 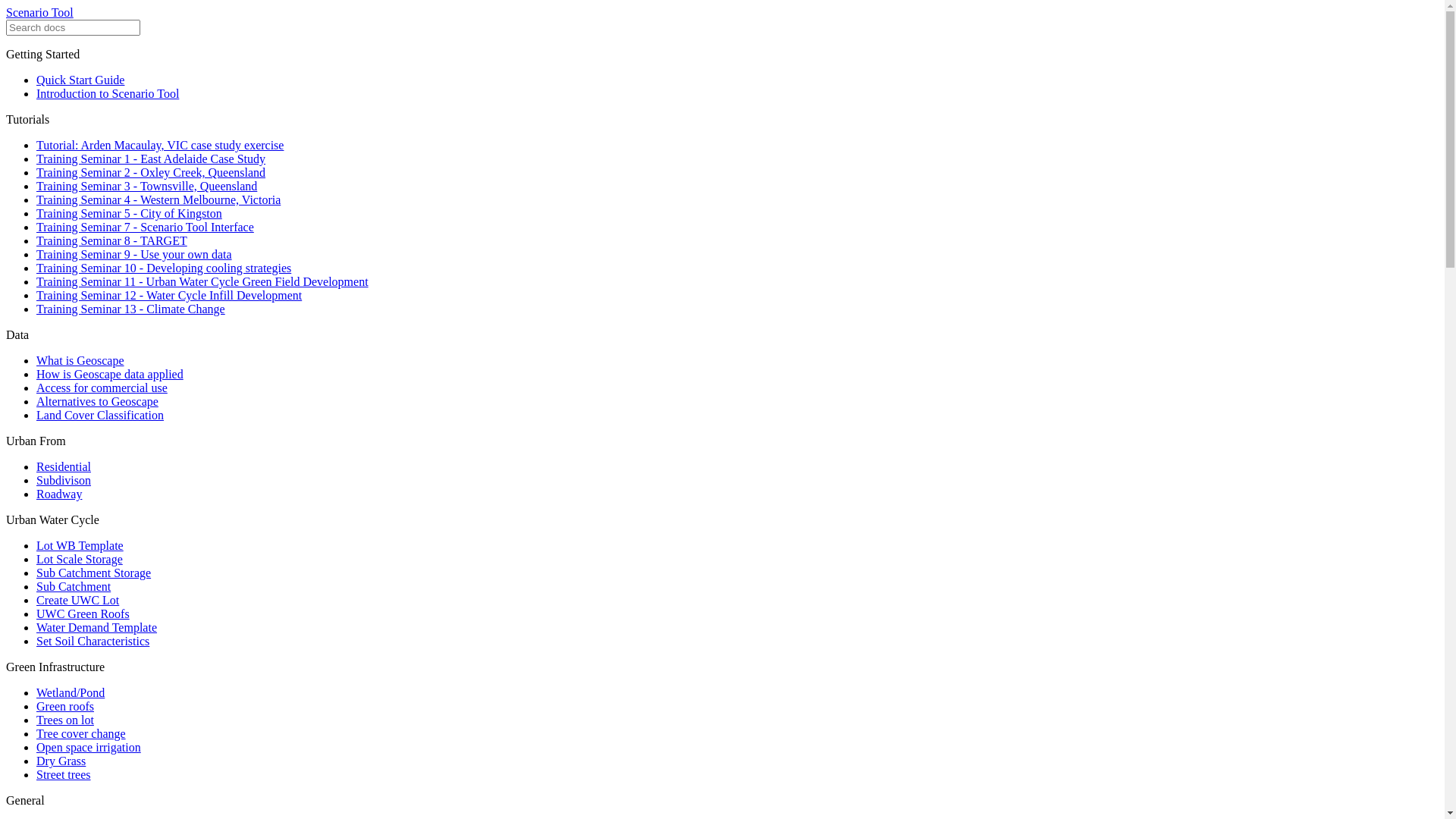 What do you see at coordinates (36, 415) in the screenshot?
I see `'Land Cover Classification'` at bounding box center [36, 415].